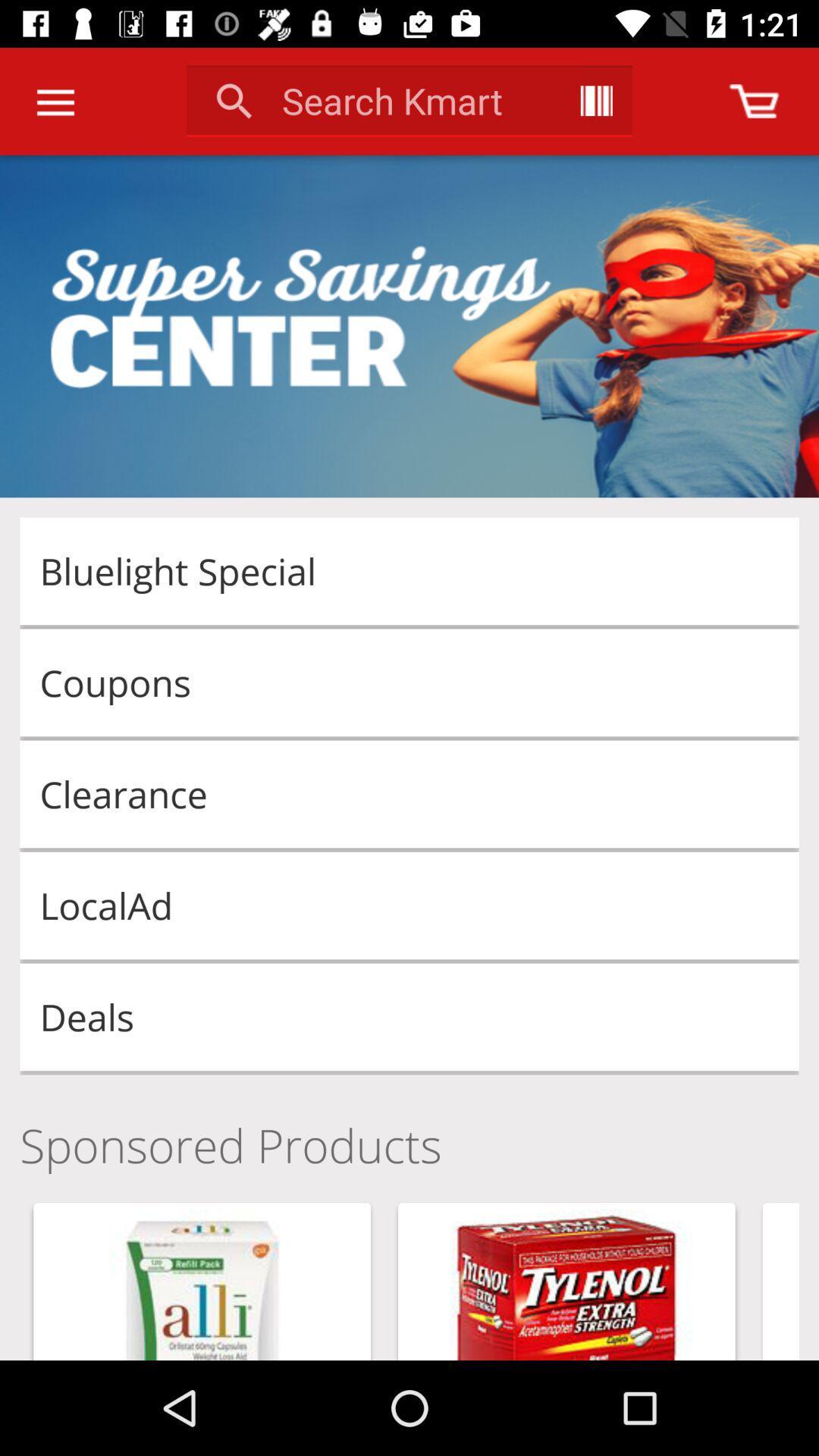 This screenshot has height=1456, width=819. What do you see at coordinates (595, 100) in the screenshot?
I see `app to the right of search kmart app` at bounding box center [595, 100].